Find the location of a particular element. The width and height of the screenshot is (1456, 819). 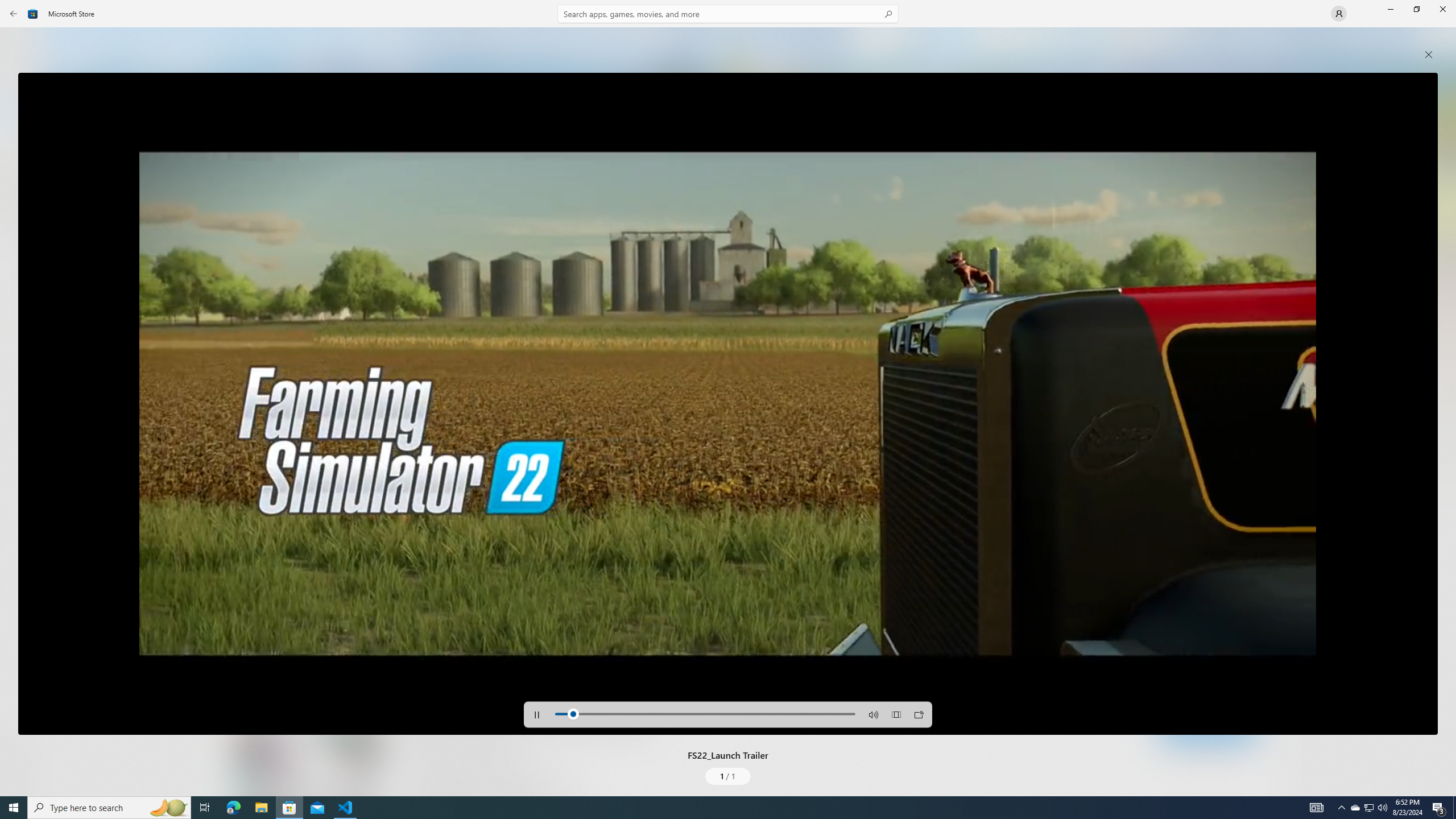

'Close Microsoft Store' is located at coordinates (1442, 9).